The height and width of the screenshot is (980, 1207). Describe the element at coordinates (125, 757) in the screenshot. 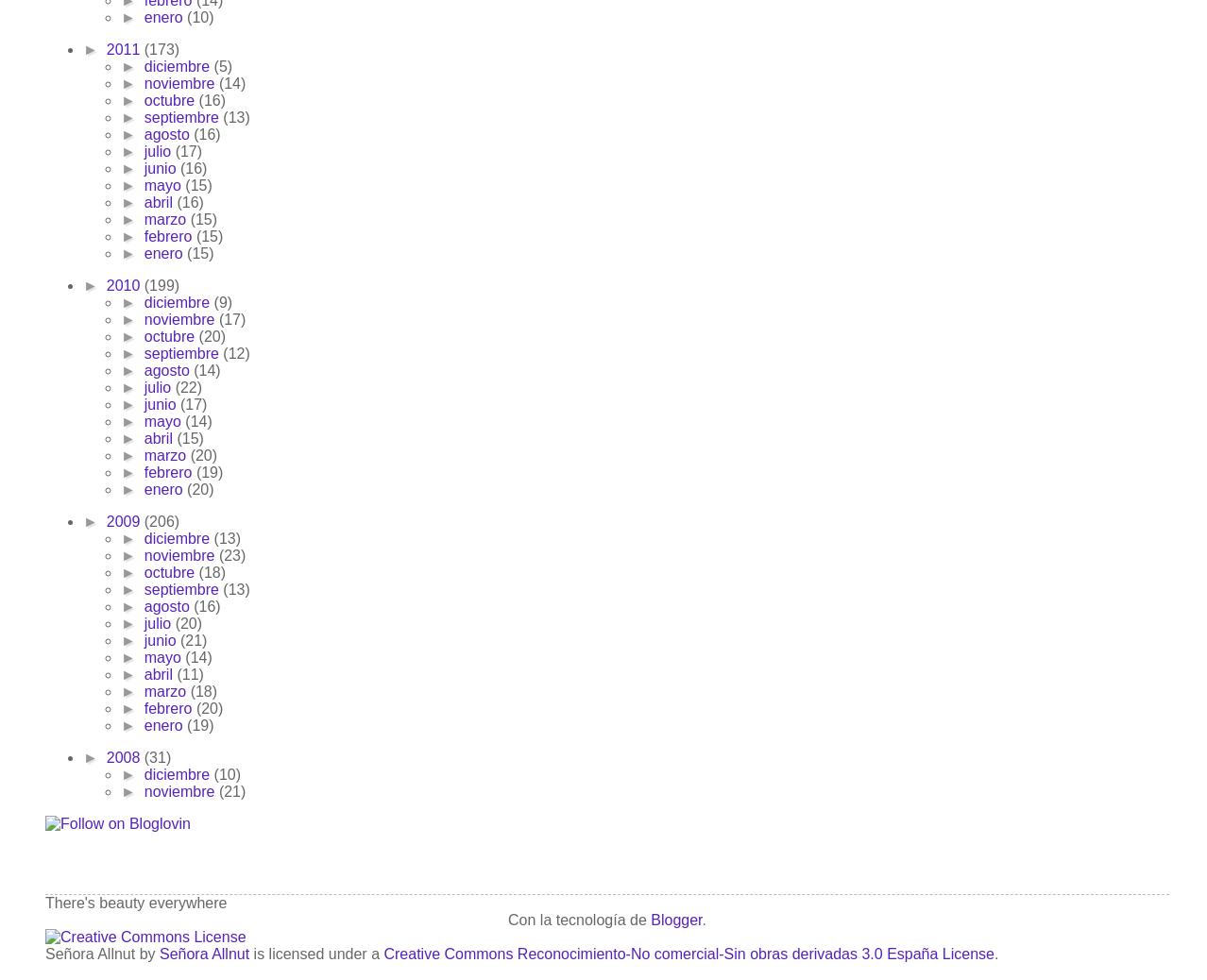

I see `'2008'` at that location.